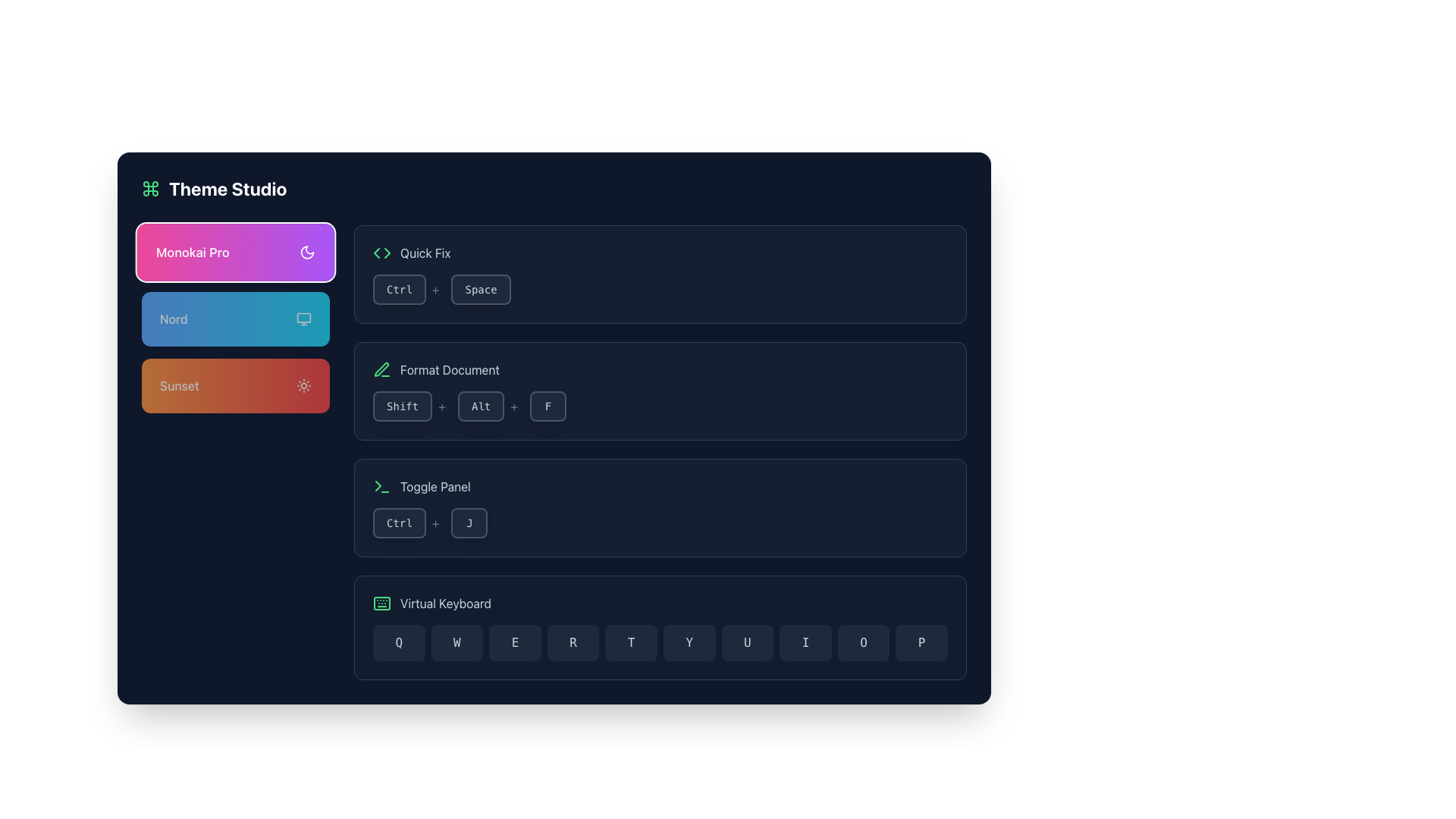  I want to click on the 'Virtual Keyboard' text label, which is a light gray textual element styled with the 'text-slate-300' class, located to the right of a green keyboard icon in the bottom section of the interface, so click(444, 602).